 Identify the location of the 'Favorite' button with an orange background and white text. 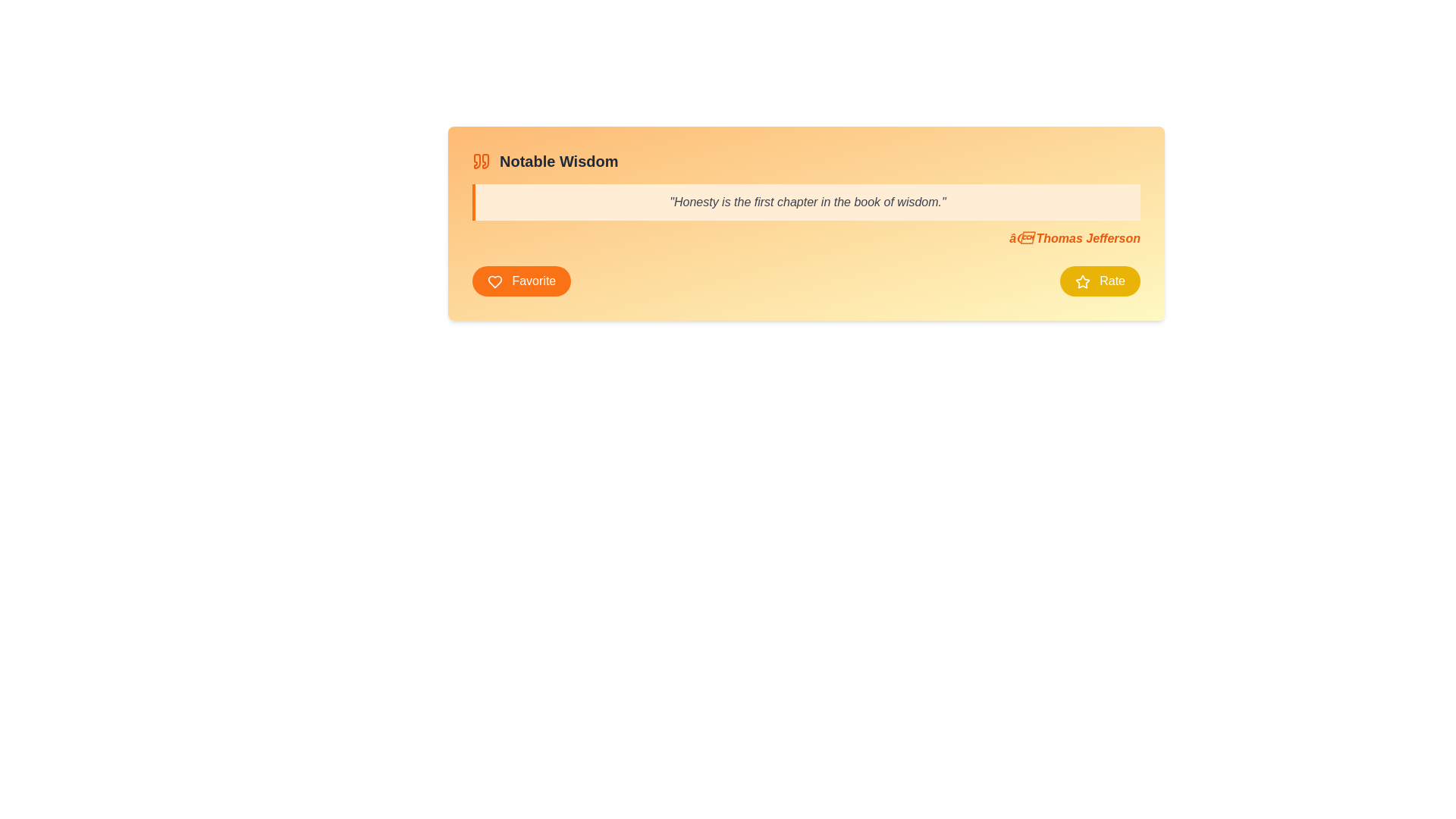
(522, 281).